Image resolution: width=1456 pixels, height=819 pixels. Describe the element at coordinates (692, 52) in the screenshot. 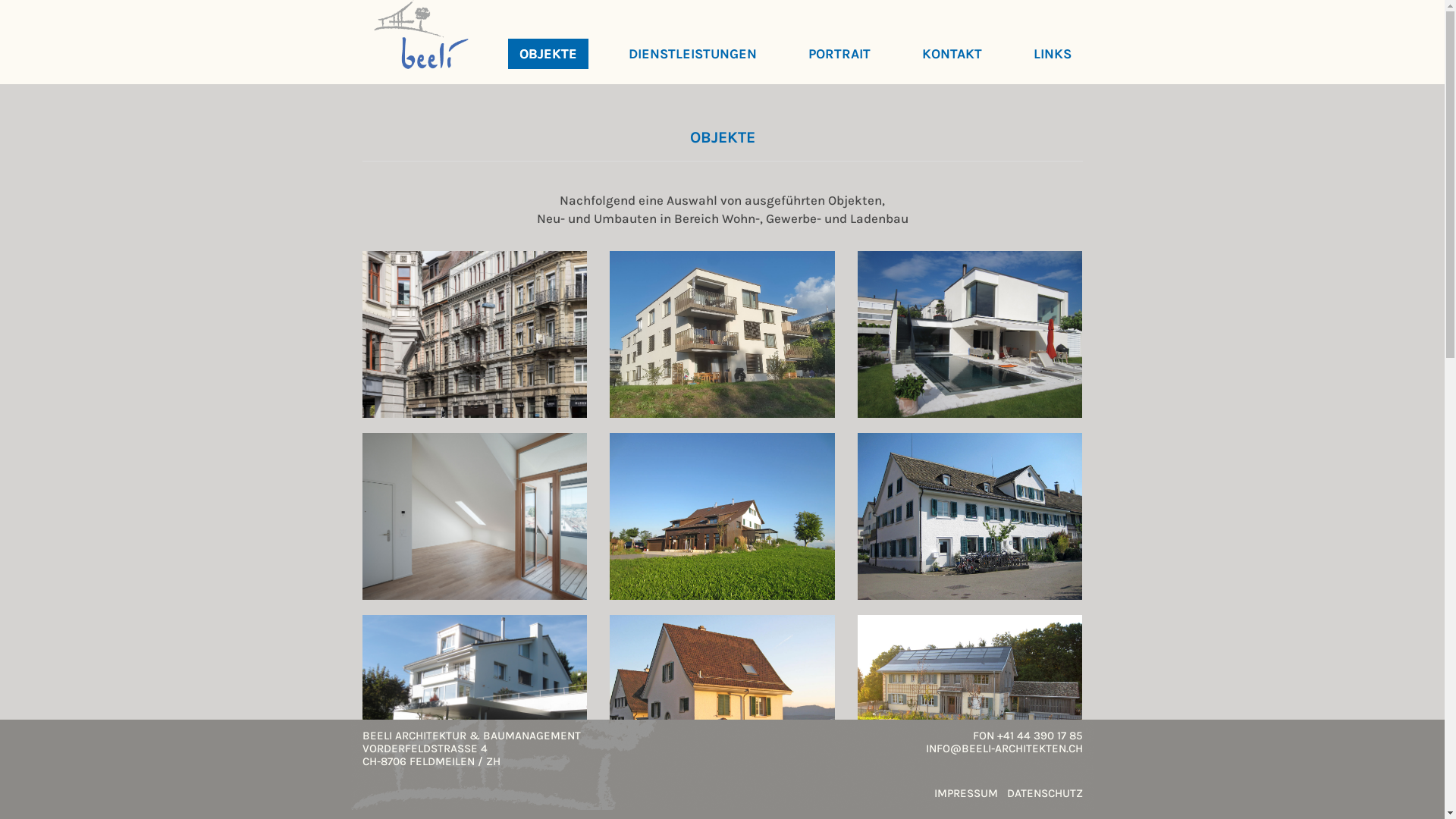

I see `'DIENSTLEISTUNGEN'` at that location.